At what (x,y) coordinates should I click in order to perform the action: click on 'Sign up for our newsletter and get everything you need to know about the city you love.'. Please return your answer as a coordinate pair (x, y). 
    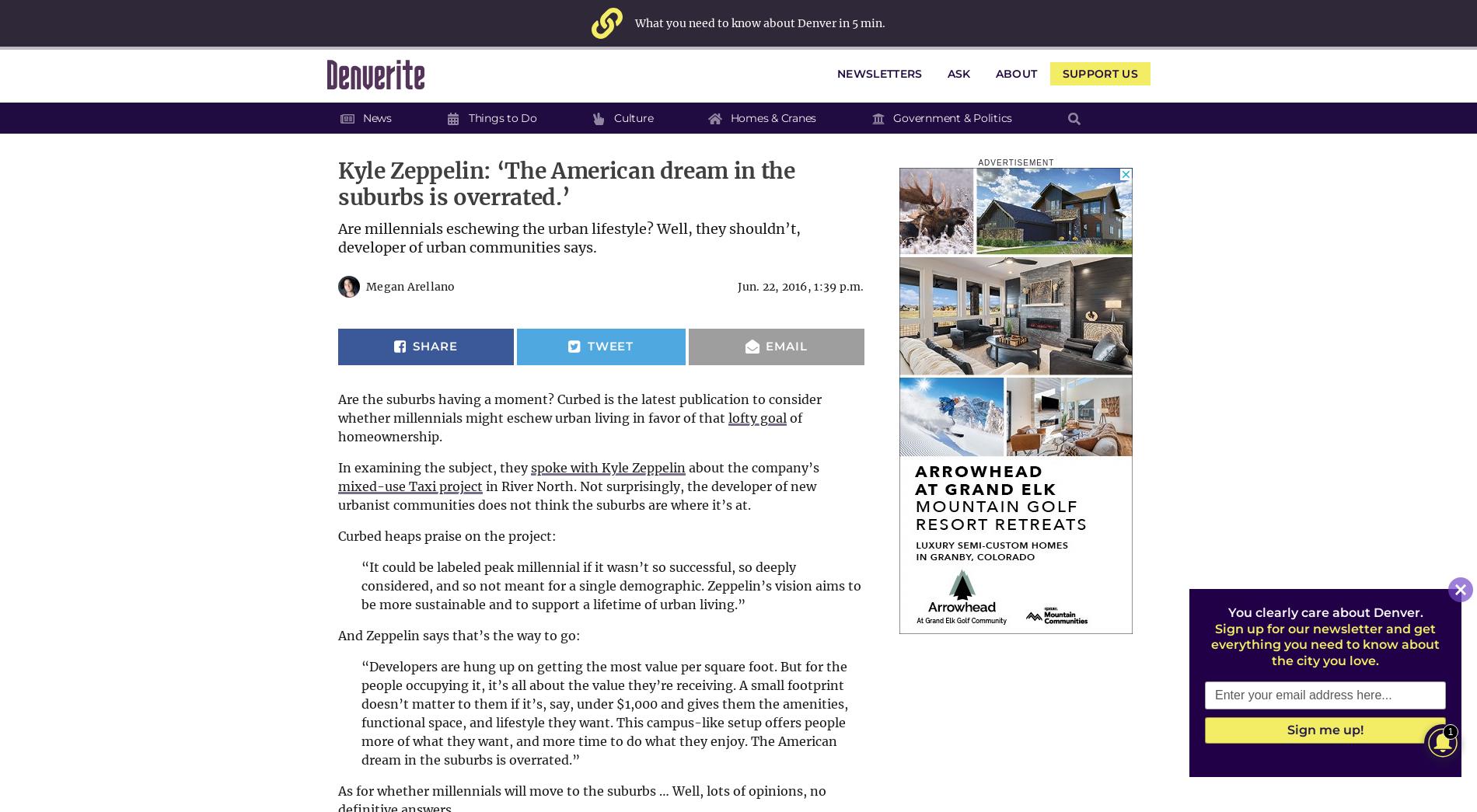
    Looking at the image, I should click on (1325, 643).